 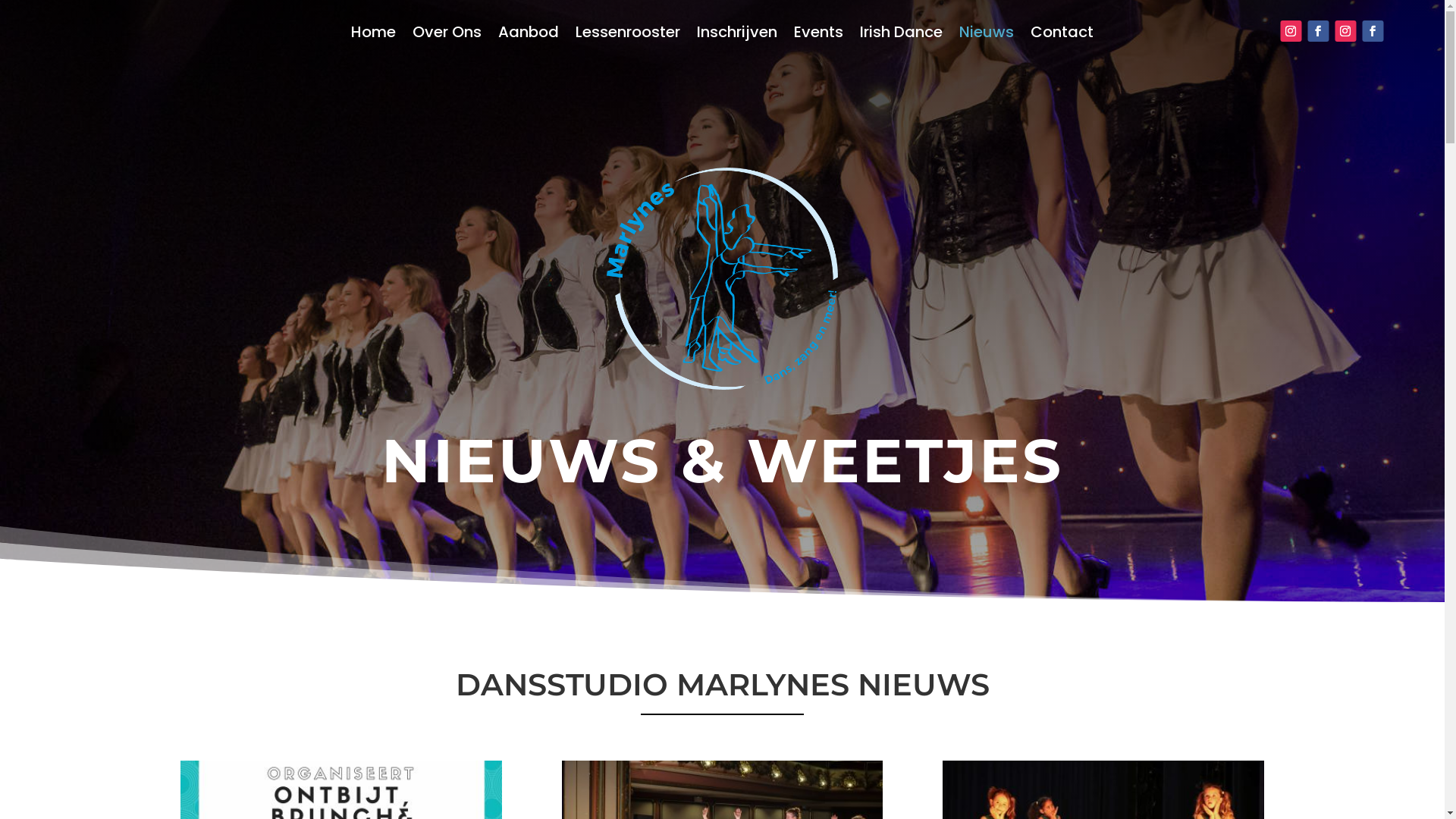 I want to click on '2021_Marlynes_logo_def_socialemedia-website', so click(x=721, y=278).